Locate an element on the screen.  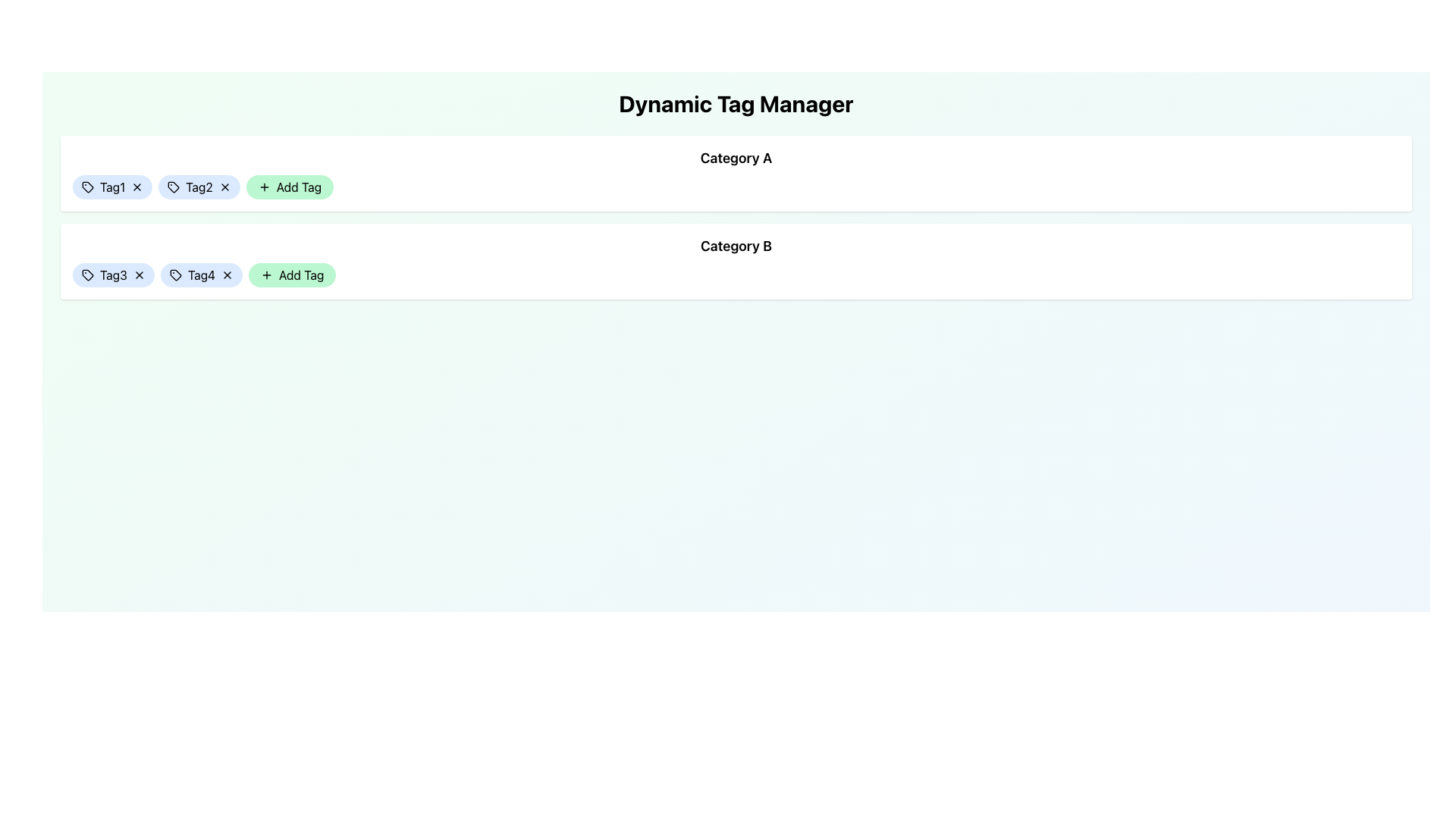
the small green plus icon located to the left of the 'Add Tag' button, which is part of the interactive tag options under 'Category B' is located at coordinates (266, 275).